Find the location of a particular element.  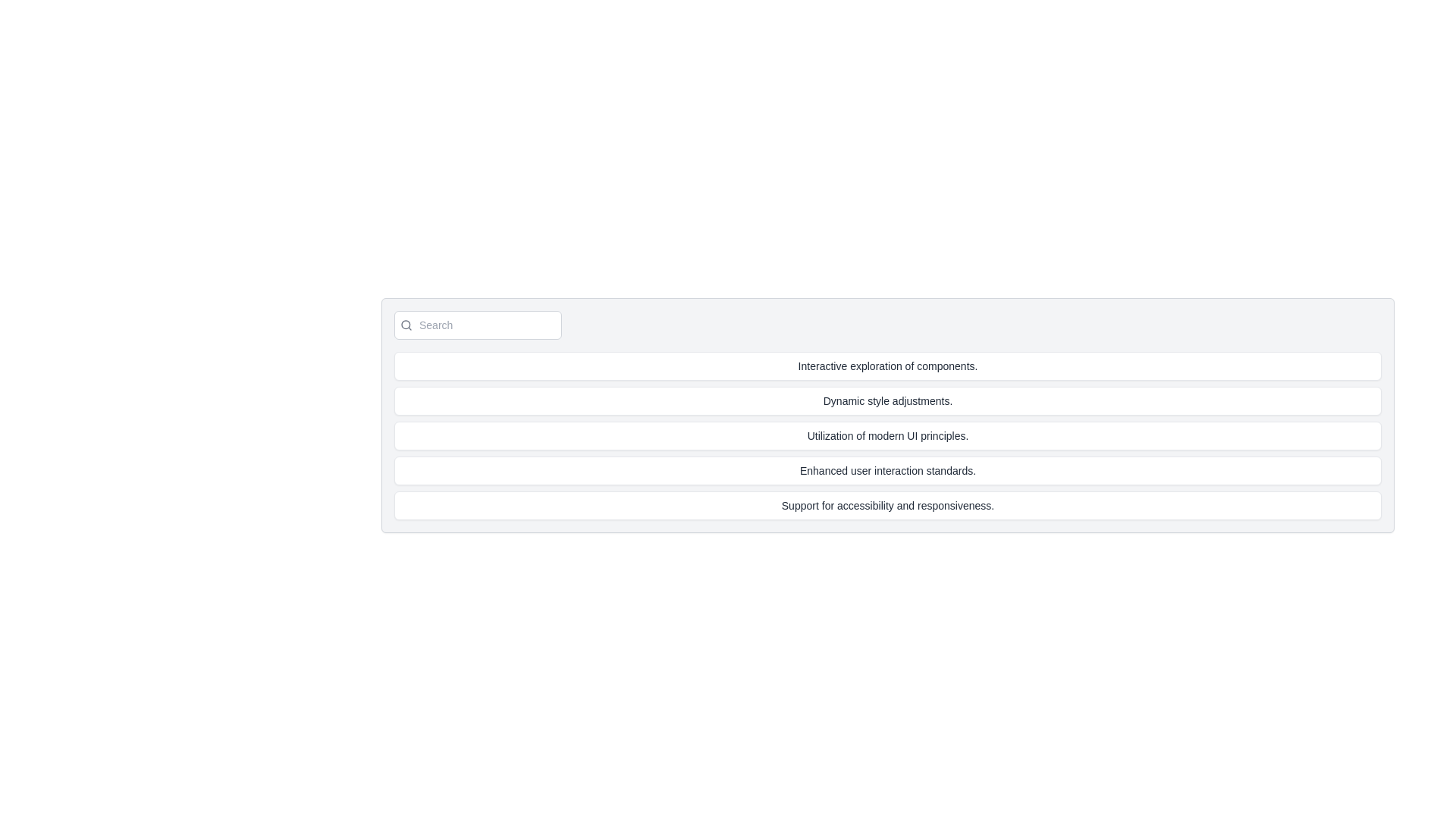

the text element displaying 'Support for accessibility and responsiveness.' which contains the 49th character in the sequence is located at coordinates (965, 506).